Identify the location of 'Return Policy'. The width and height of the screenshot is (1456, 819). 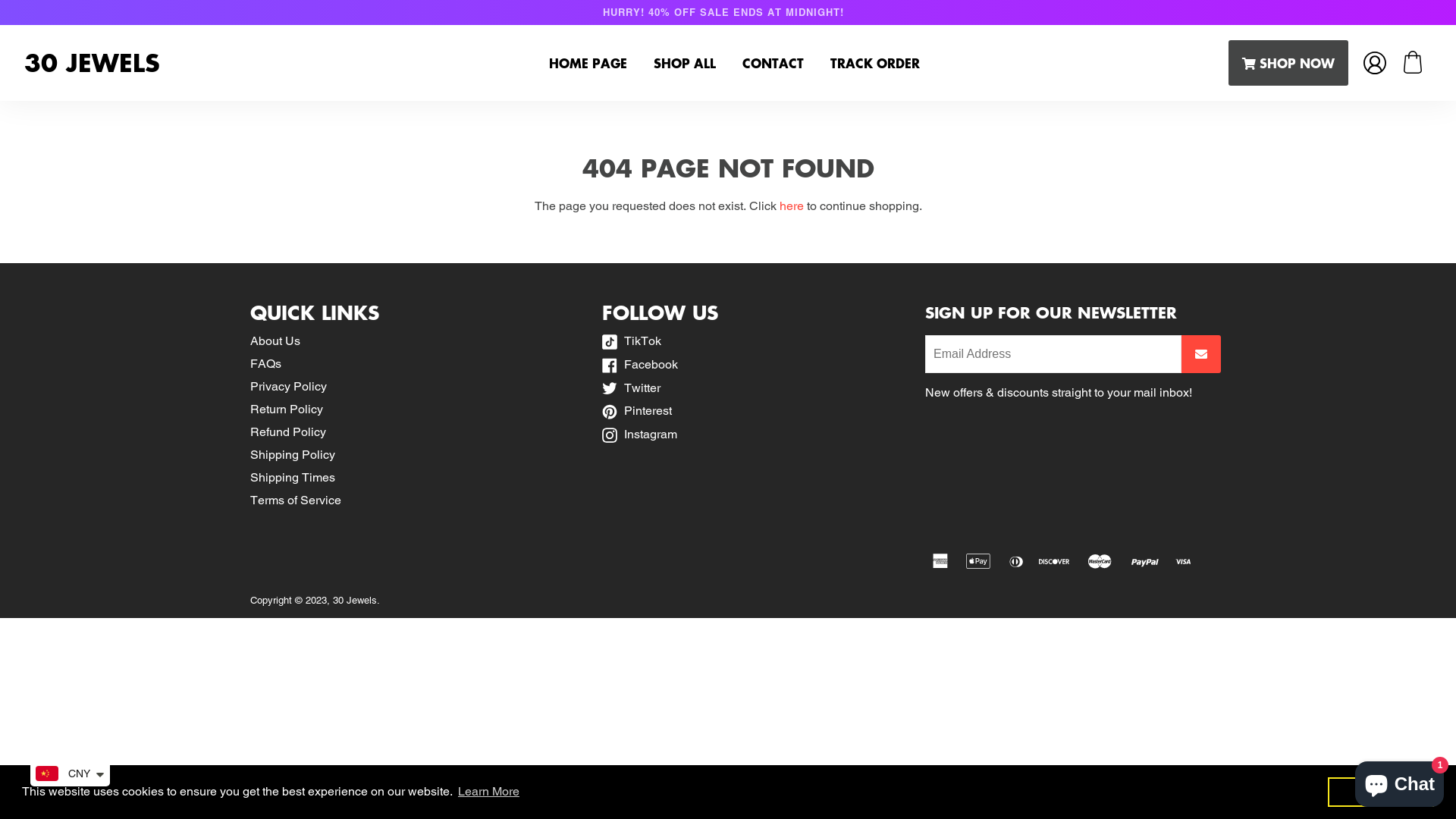
(287, 408).